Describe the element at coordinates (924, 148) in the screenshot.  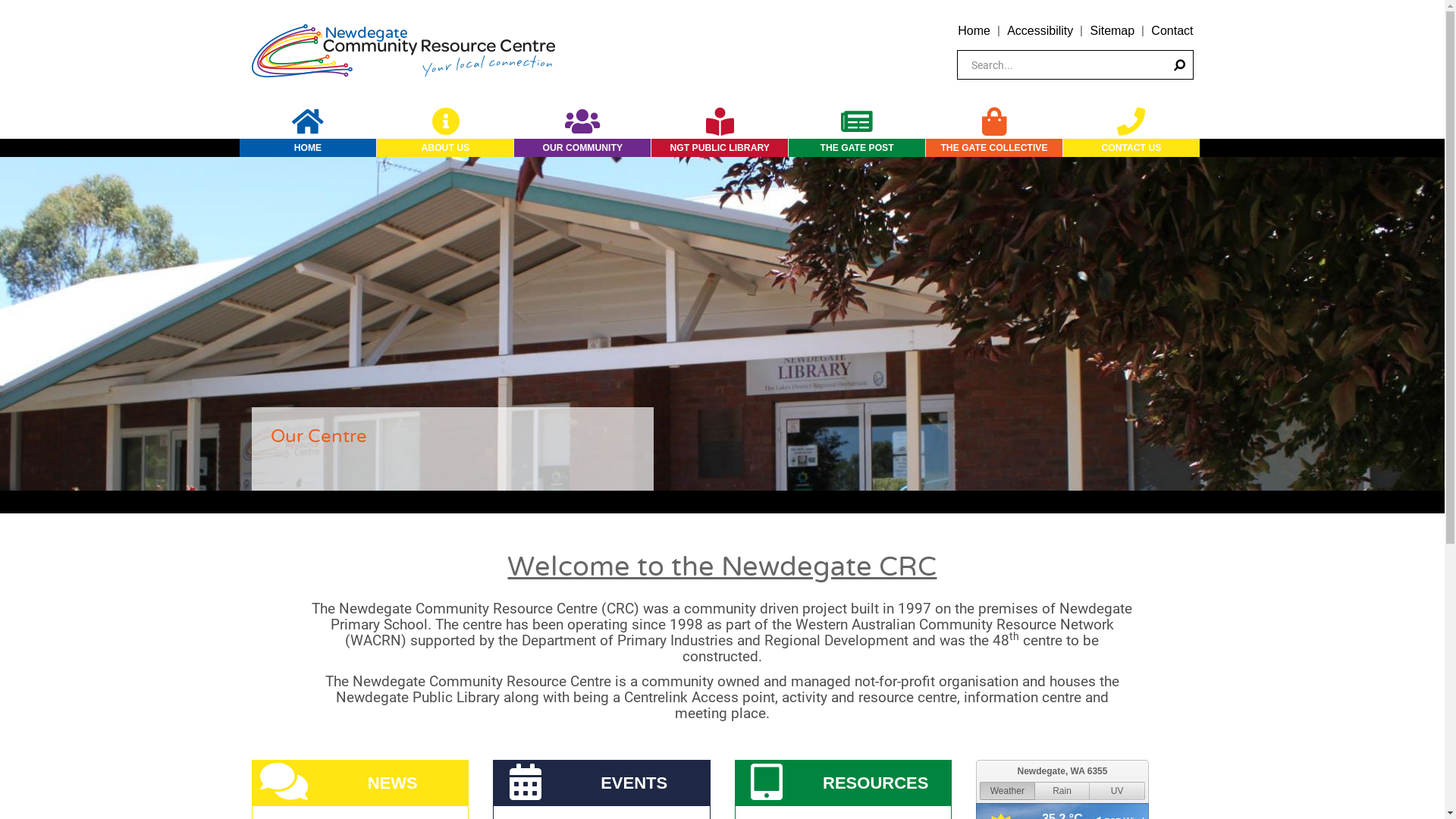
I see `'THE GATE COLLECTIVE'` at that location.